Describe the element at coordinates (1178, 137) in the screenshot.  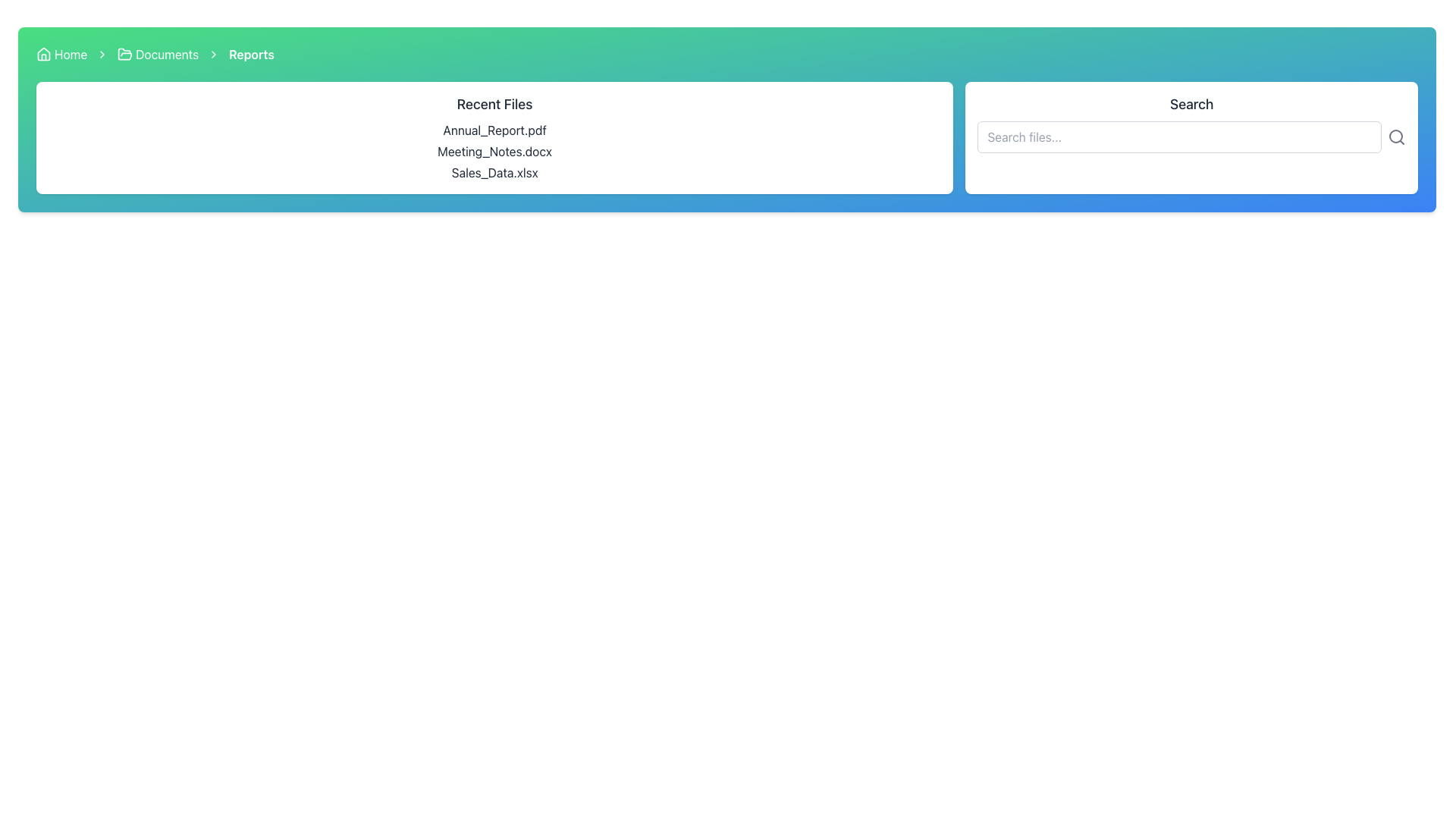
I see `to select text in the search input field located in the 'Search' section of the interface` at that location.